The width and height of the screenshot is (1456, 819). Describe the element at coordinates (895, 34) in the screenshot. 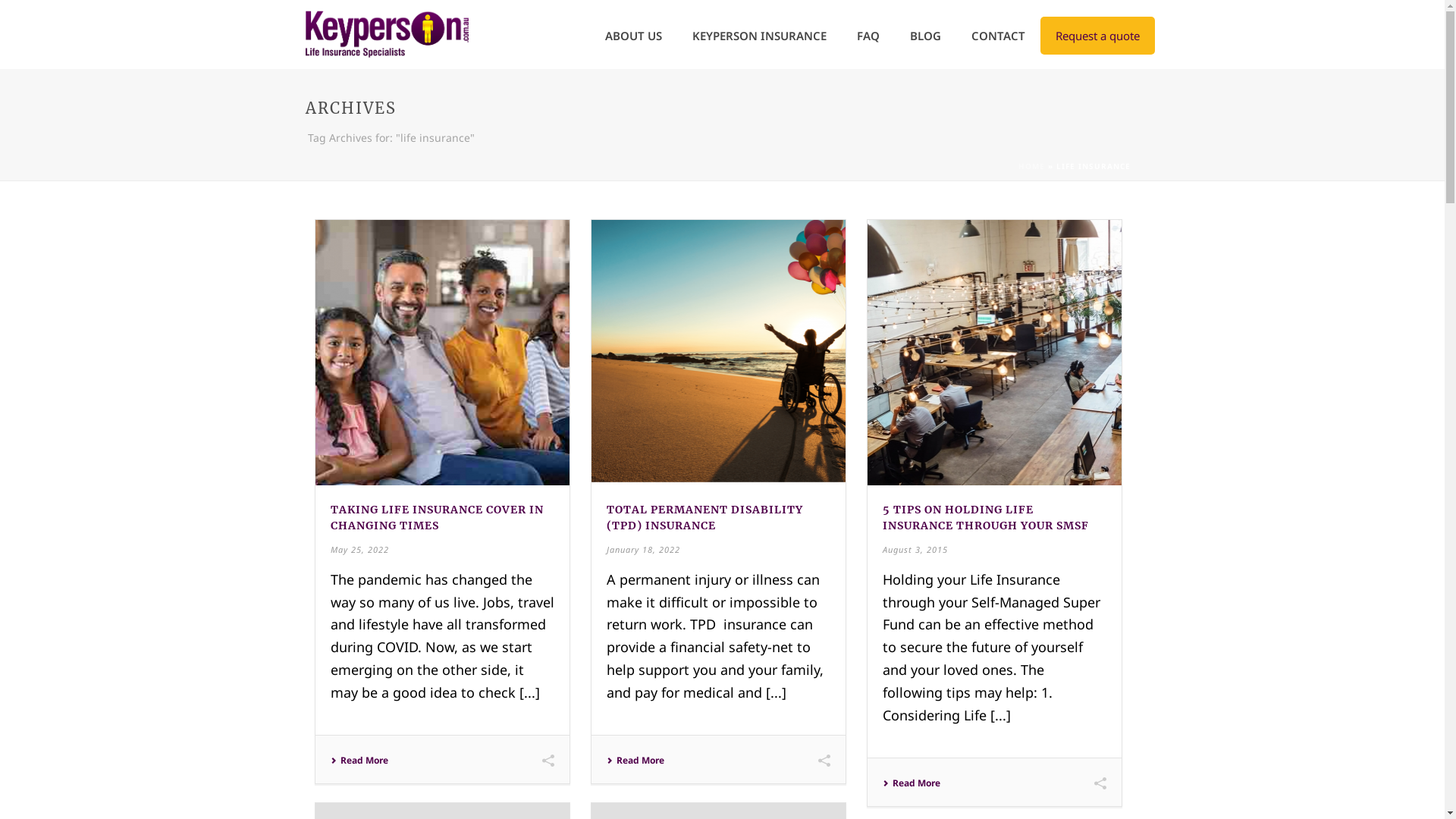

I see `'BLOG'` at that location.